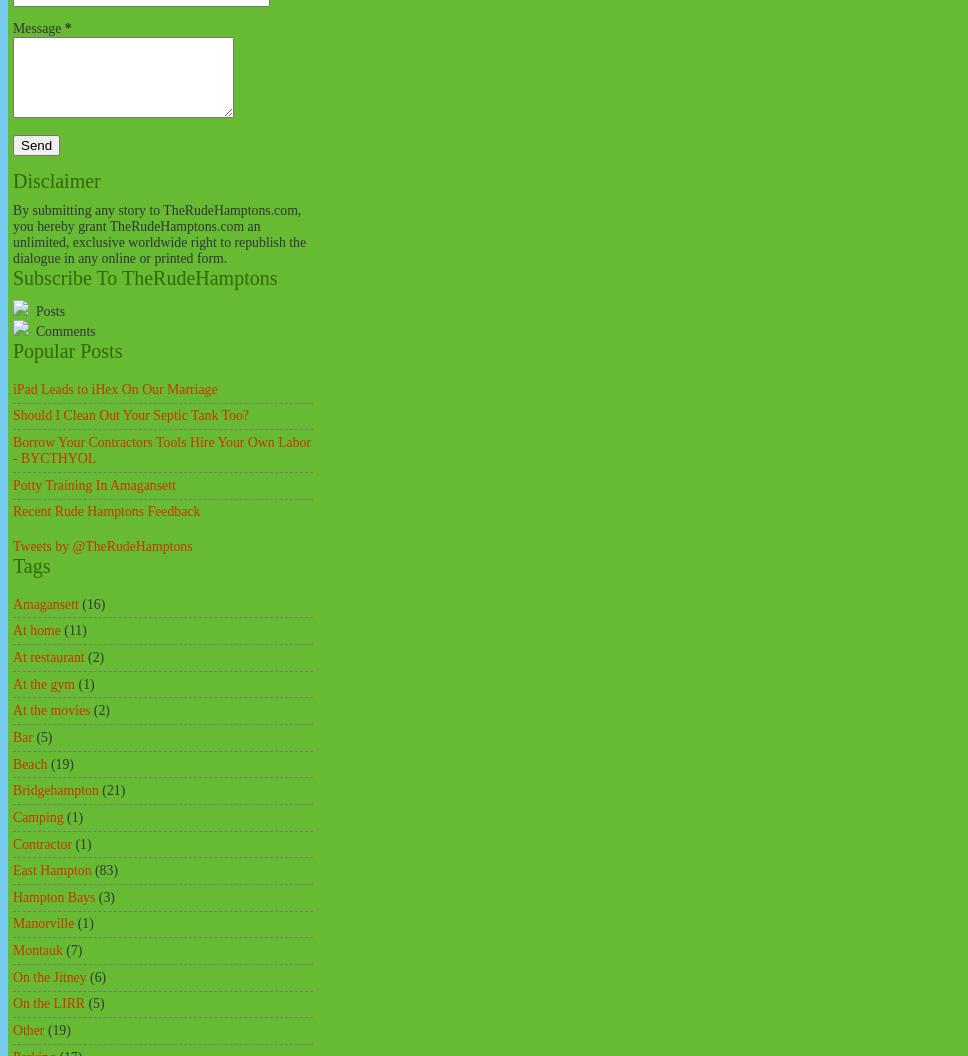 This screenshot has height=1056, width=968. Describe the element at coordinates (22, 735) in the screenshot. I see `'Bar'` at that location.